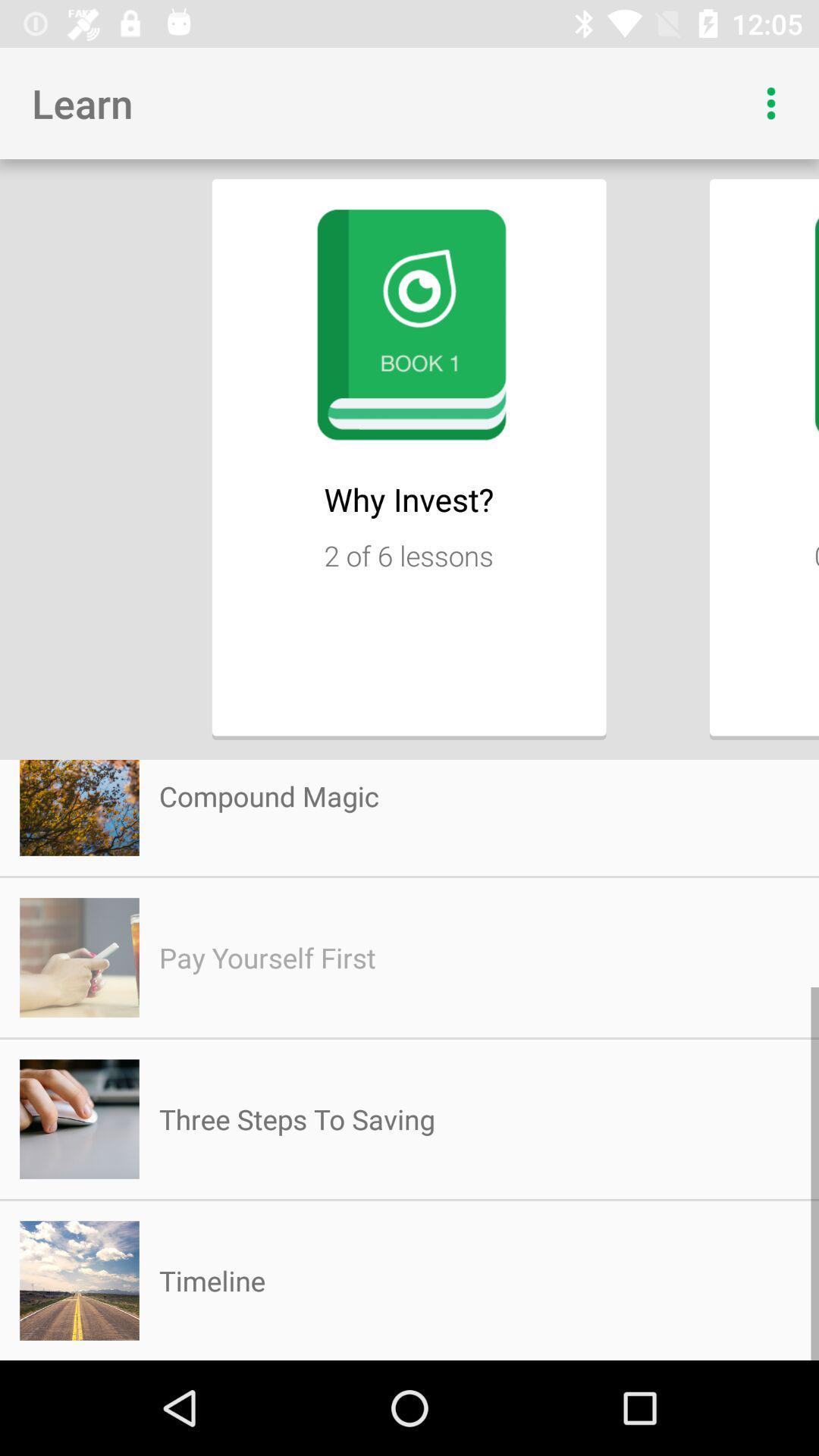 This screenshot has width=819, height=1456. I want to click on drop down menu, so click(771, 102).